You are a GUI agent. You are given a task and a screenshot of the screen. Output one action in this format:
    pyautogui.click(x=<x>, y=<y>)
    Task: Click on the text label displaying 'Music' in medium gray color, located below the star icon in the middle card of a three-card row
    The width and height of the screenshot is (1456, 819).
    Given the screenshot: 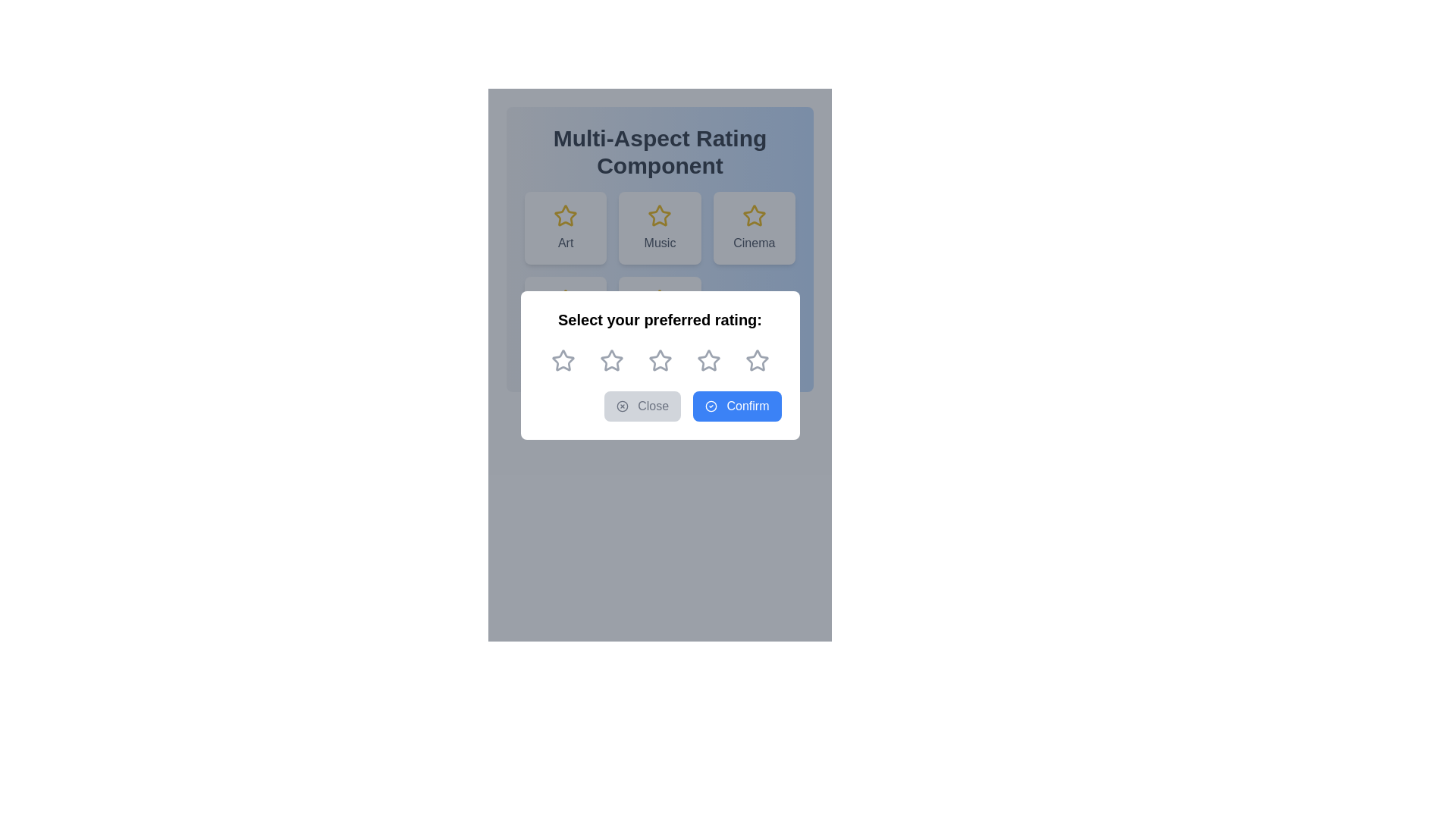 What is the action you would take?
    pyautogui.click(x=660, y=242)
    